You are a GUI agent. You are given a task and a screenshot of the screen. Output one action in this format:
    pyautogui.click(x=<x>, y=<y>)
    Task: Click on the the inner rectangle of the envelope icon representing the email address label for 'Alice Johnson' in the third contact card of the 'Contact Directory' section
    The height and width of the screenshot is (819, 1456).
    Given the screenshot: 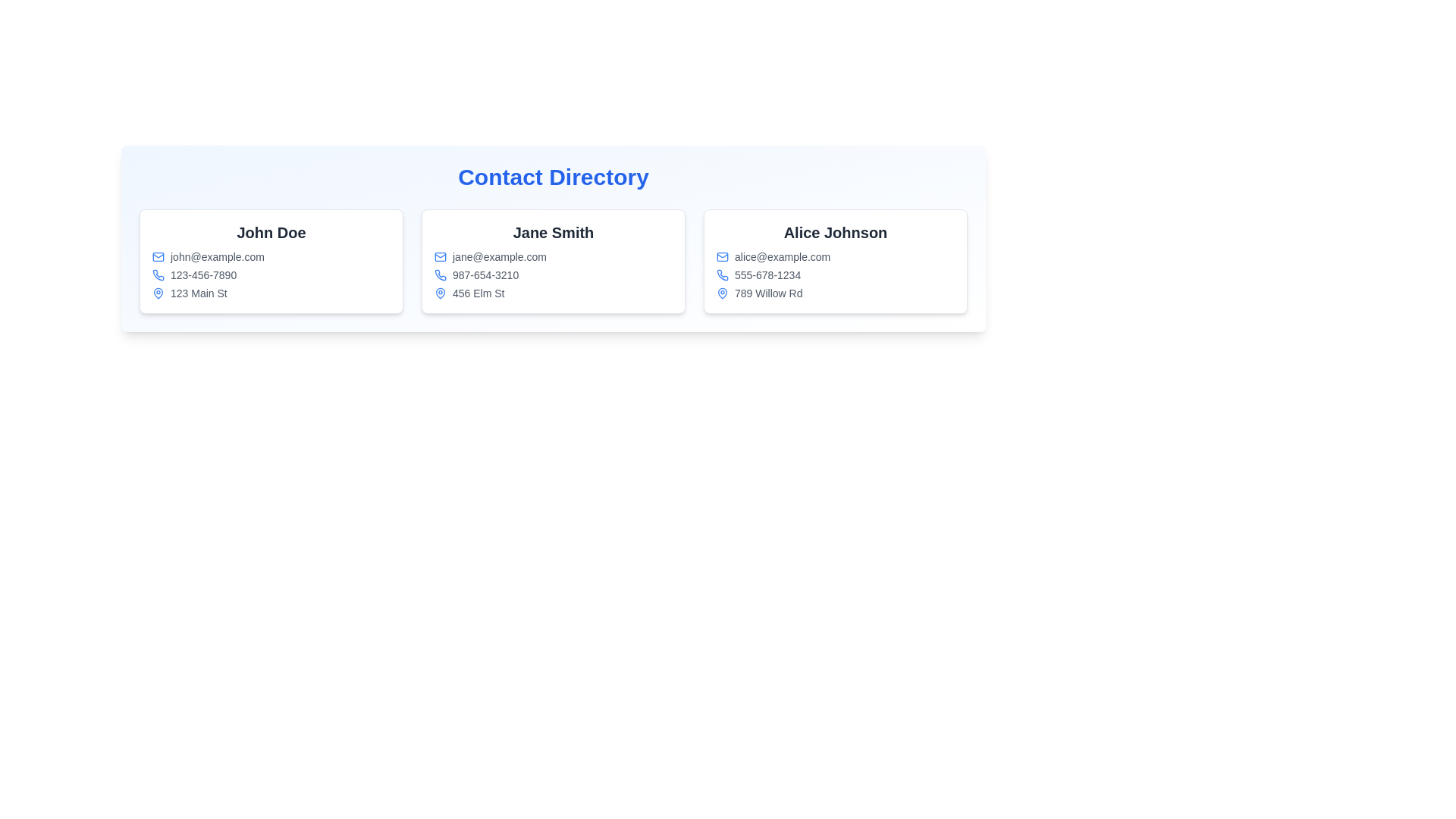 What is the action you would take?
    pyautogui.click(x=722, y=256)
    